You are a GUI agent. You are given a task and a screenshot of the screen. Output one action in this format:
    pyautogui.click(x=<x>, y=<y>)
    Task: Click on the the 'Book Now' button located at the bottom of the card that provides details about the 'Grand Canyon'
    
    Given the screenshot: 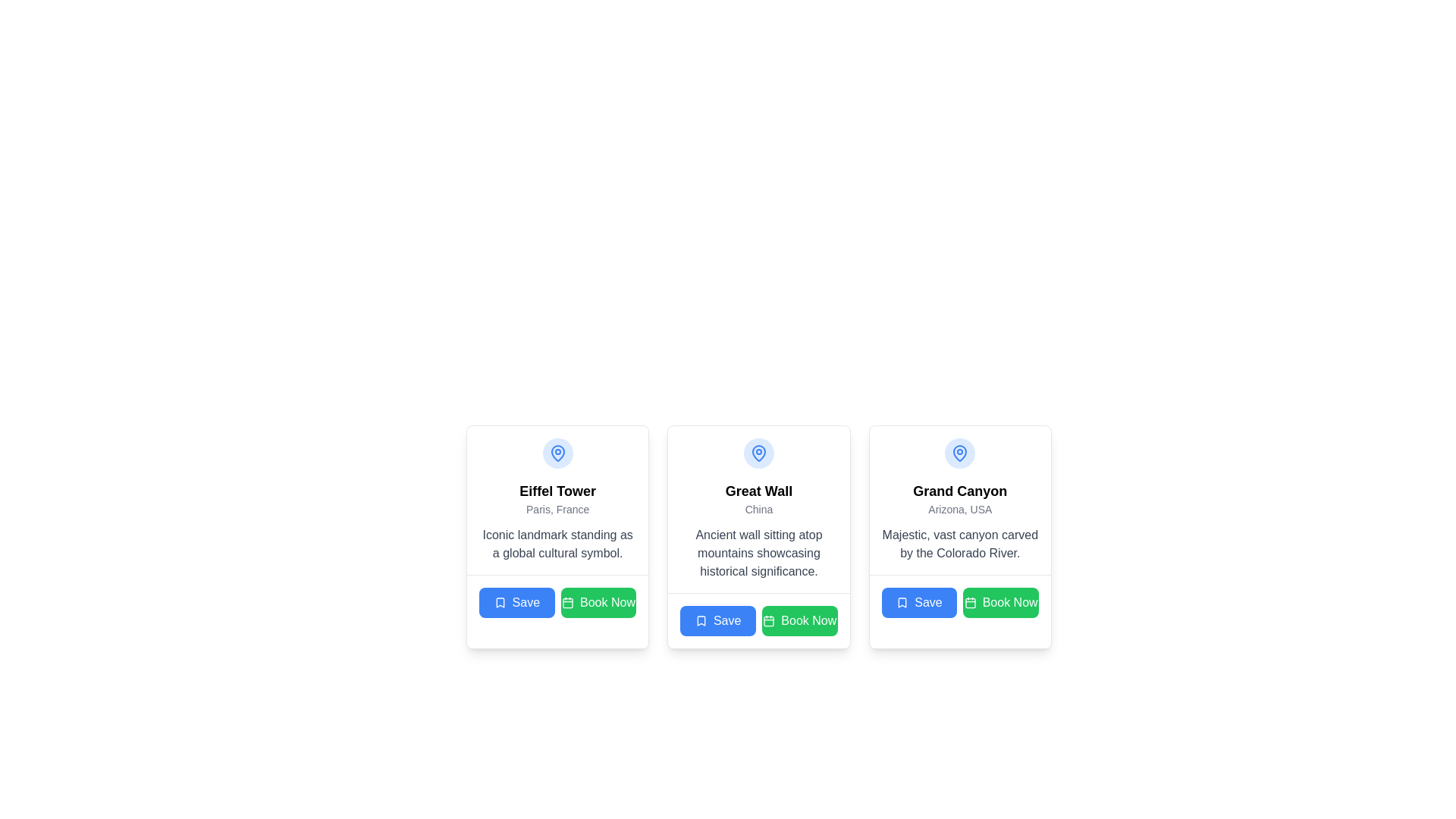 What is the action you would take?
    pyautogui.click(x=959, y=601)
    